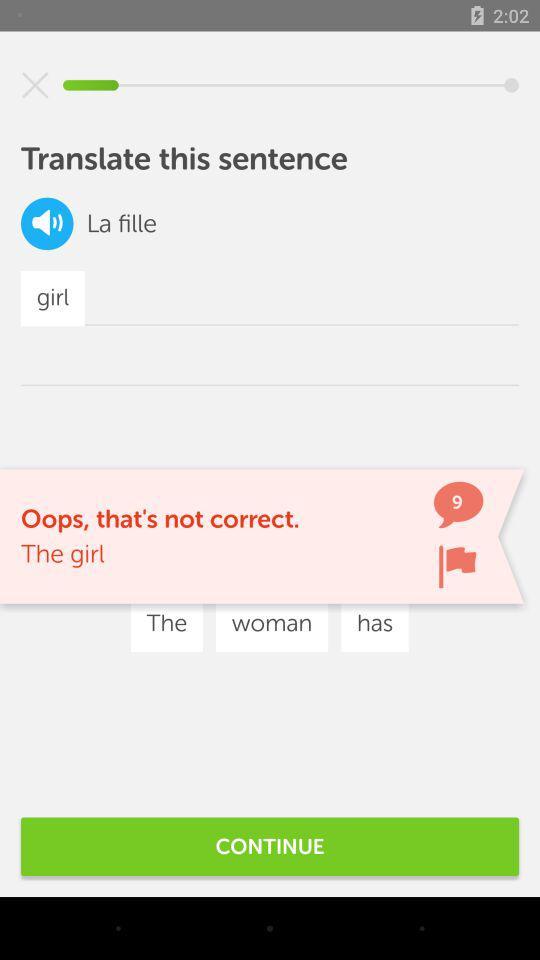  What do you see at coordinates (47, 223) in the screenshot?
I see `the volume icon` at bounding box center [47, 223].